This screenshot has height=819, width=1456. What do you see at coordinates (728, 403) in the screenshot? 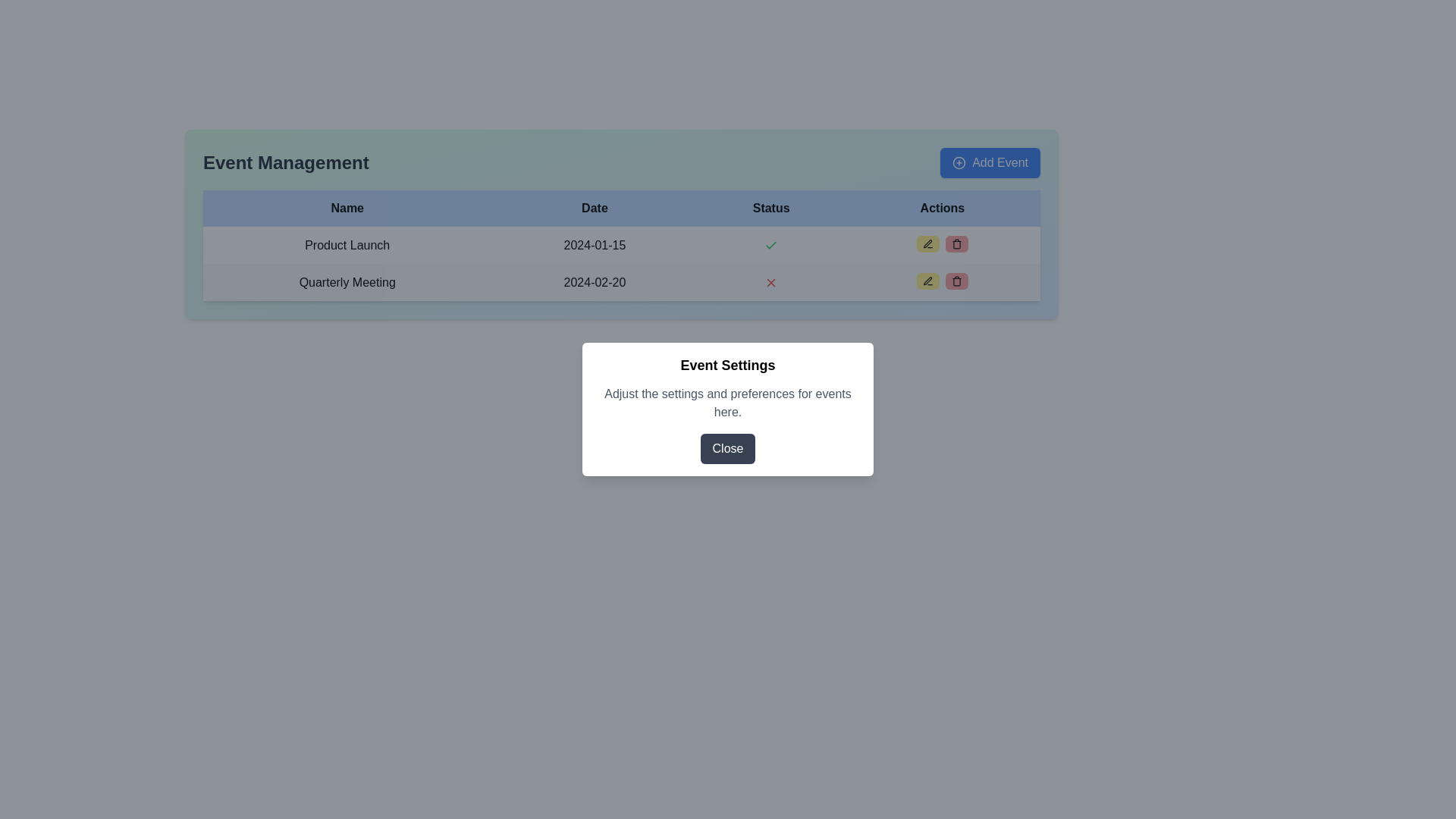
I see `the text label displaying 'Adjust the settings and preferences for events here.'` at bounding box center [728, 403].